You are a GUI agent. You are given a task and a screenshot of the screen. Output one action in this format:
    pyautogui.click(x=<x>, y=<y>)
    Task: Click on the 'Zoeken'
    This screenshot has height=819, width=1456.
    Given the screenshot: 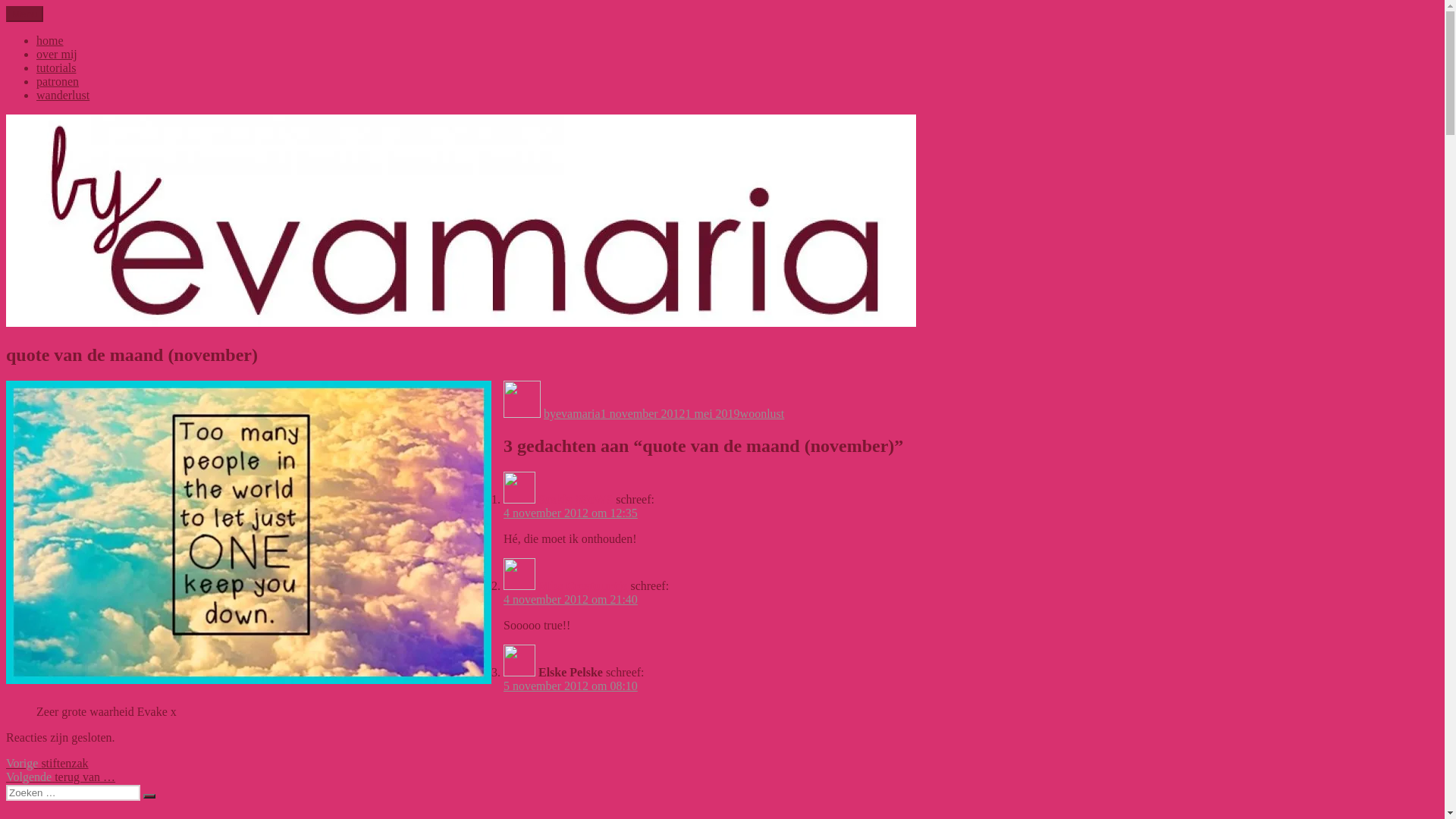 What is the action you would take?
    pyautogui.click(x=149, y=795)
    